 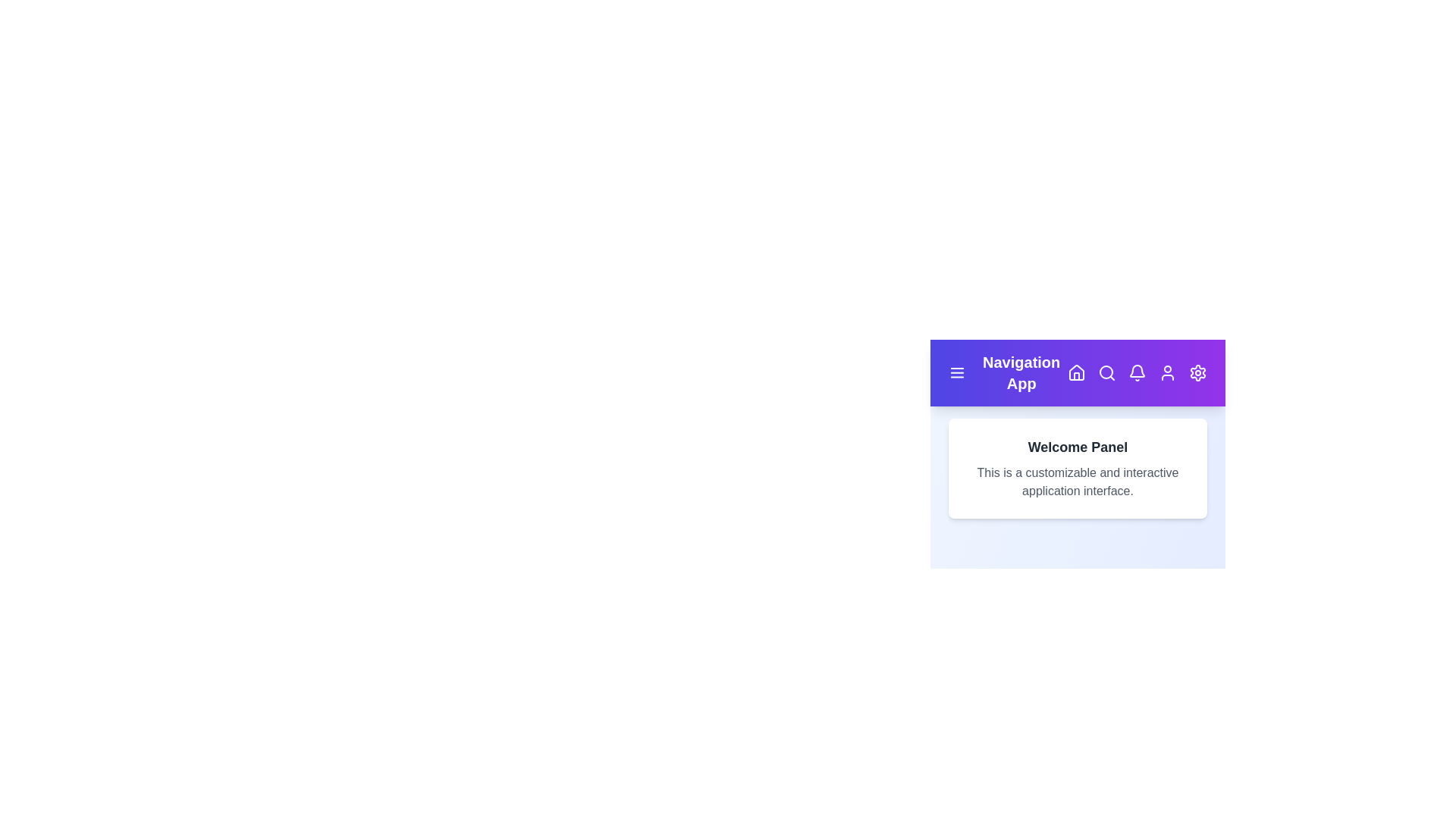 I want to click on the Bell icon in the navigation bar to navigate to its respective section, so click(x=1137, y=373).